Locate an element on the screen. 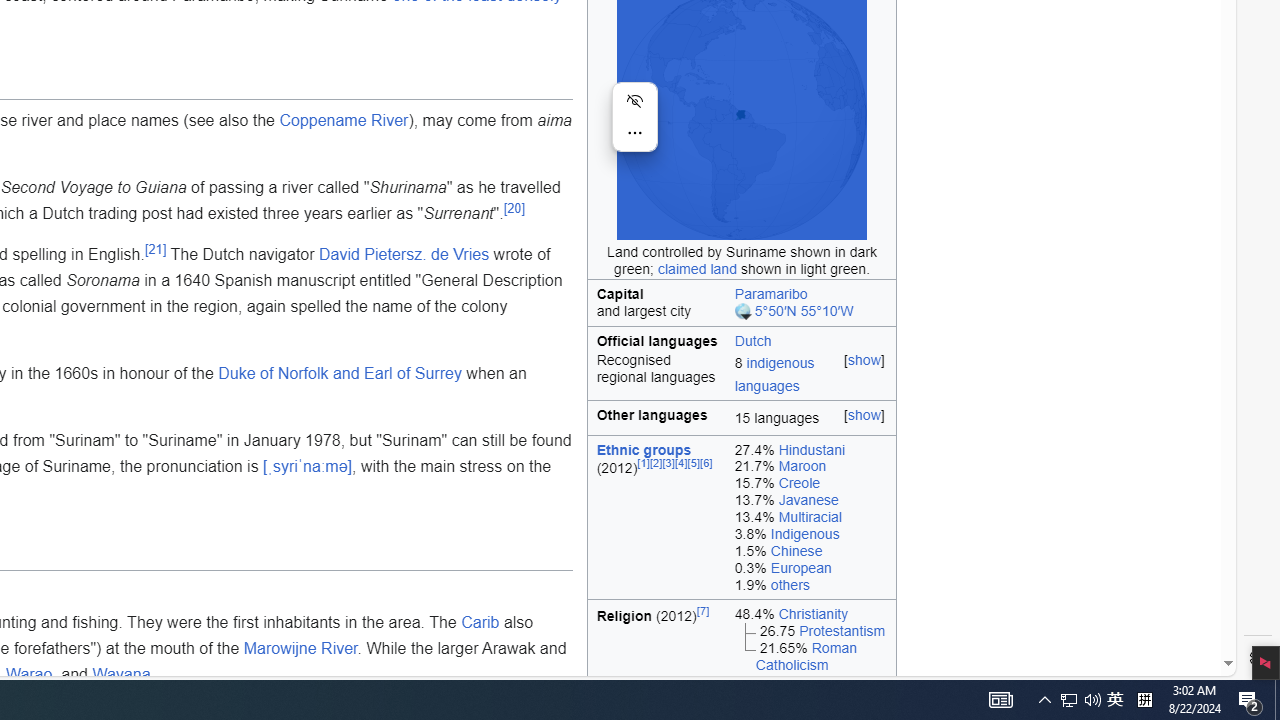  'Dutch' is located at coordinates (751, 339).